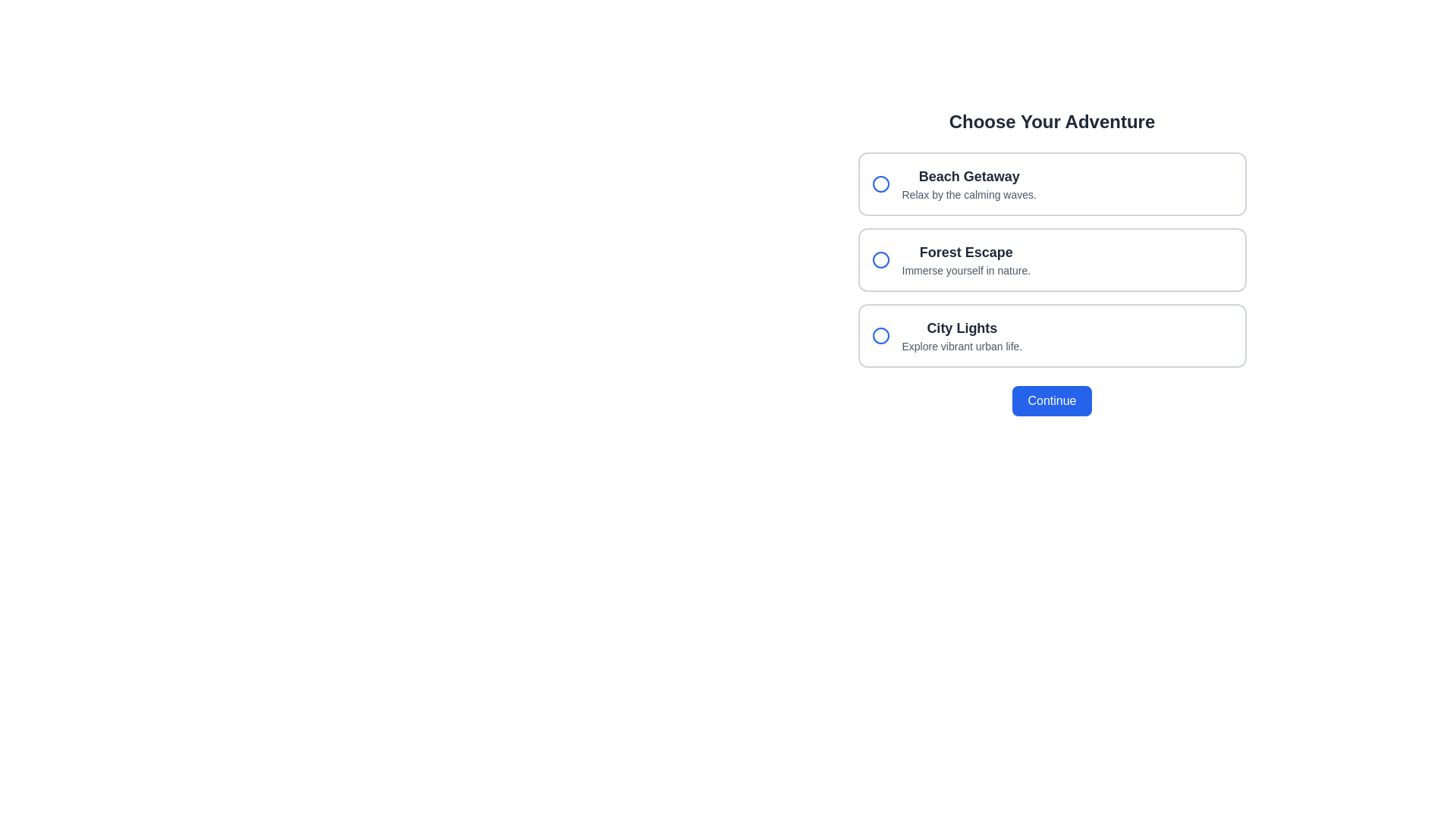 The width and height of the screenshot is (1456, 819). I want to click on the text element displaying 'Relax by the calming waves.' which is located below the 'Beach Getaway' title, so click(968, 194).